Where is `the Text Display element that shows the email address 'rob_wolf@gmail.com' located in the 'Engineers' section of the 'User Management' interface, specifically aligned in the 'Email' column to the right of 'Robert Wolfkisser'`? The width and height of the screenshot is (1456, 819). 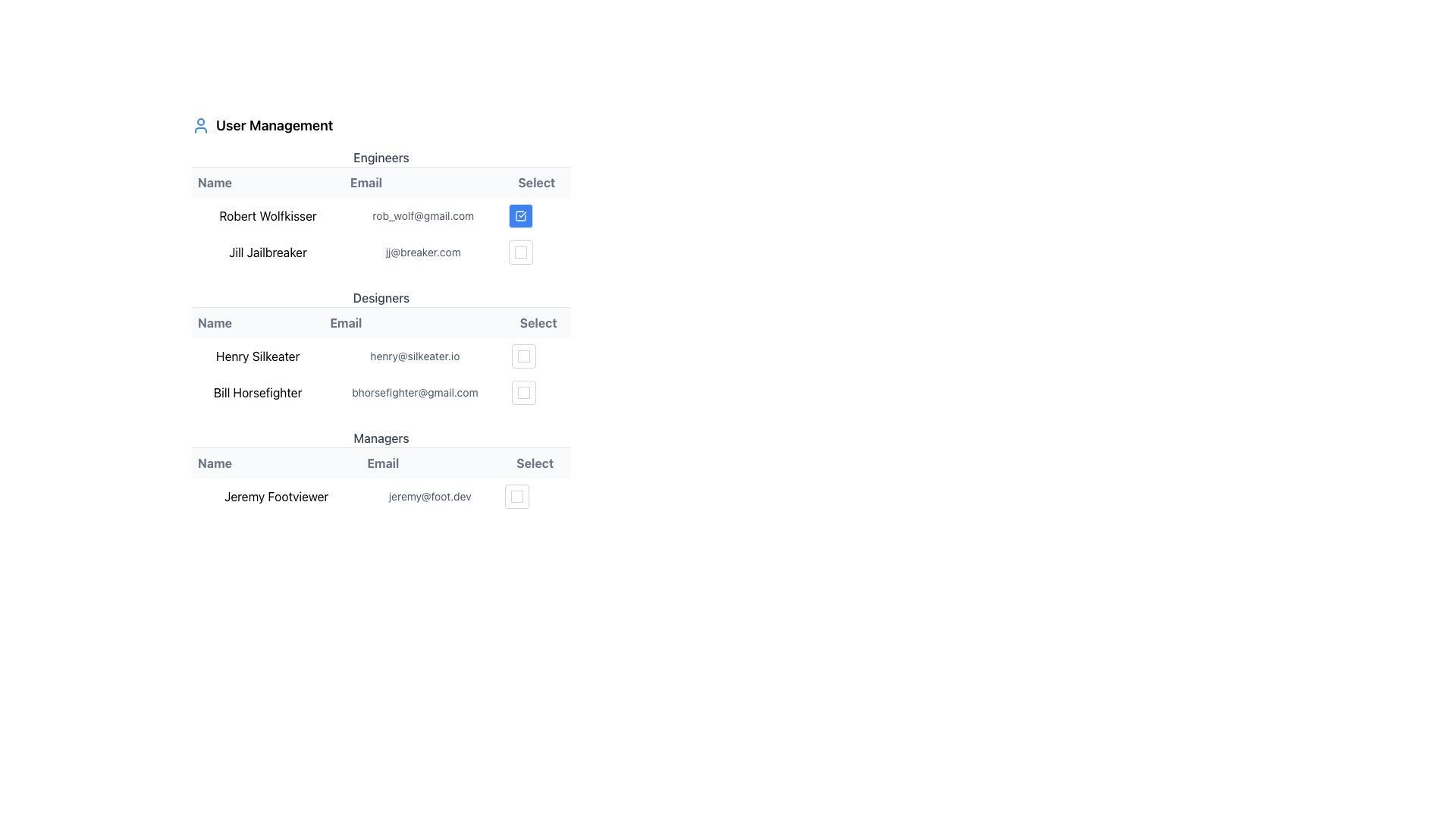
the Text Display element that shows the email address 'rob_wolf@gmail.com' located in the 'Engineers' section of the 'User Management' interface, specifically aligned in the 'Email' column to the right of 'Robert Wolfkisser' is located at coordinates (423, 216).